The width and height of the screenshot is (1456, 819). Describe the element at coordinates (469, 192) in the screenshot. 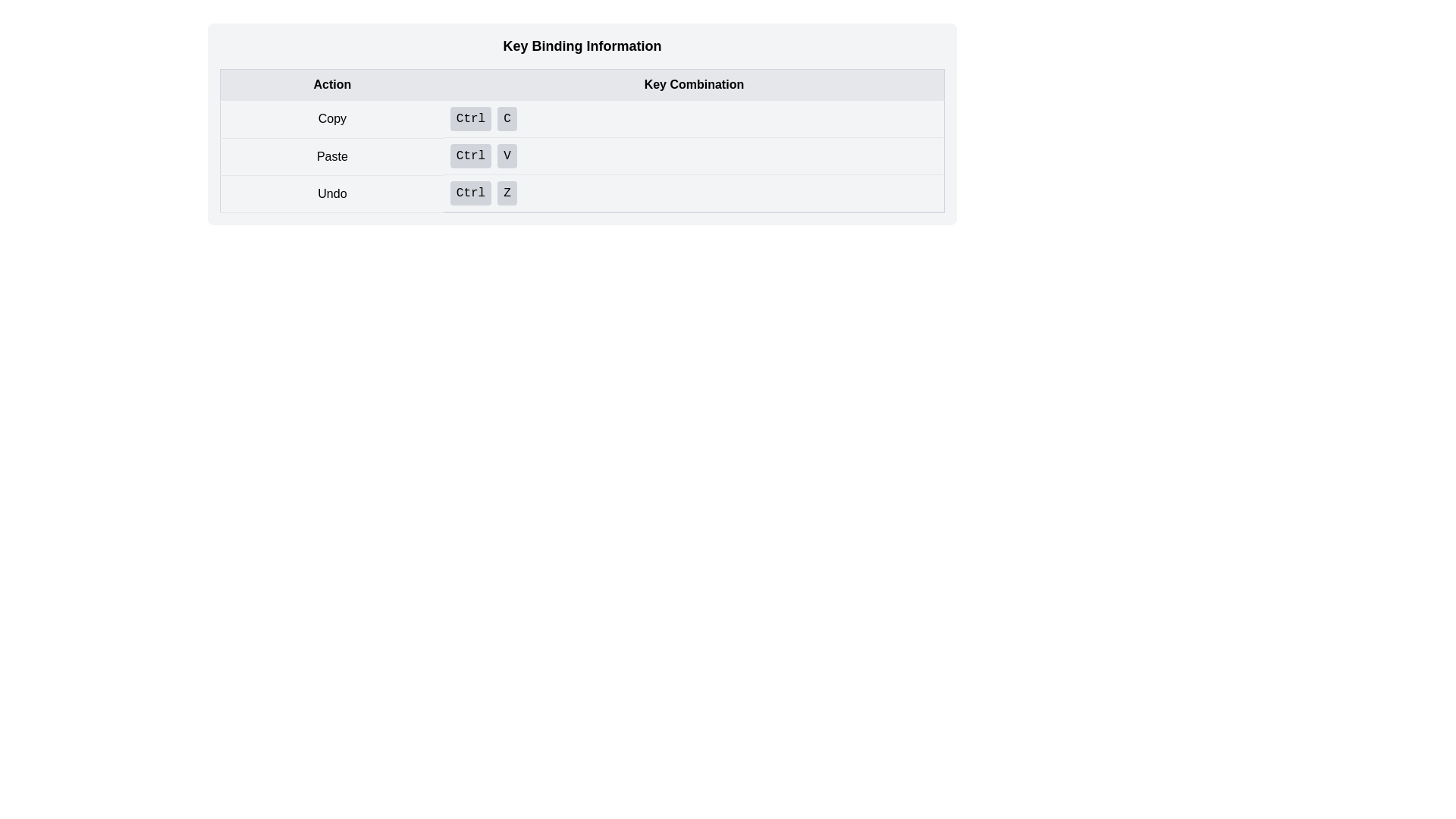

I see `the 'Ctrl' label element, which is a rounded rectangle with a light gray background and contains the text 'Ctrl', located in the third row under the 'Key Combination' column` at that location.